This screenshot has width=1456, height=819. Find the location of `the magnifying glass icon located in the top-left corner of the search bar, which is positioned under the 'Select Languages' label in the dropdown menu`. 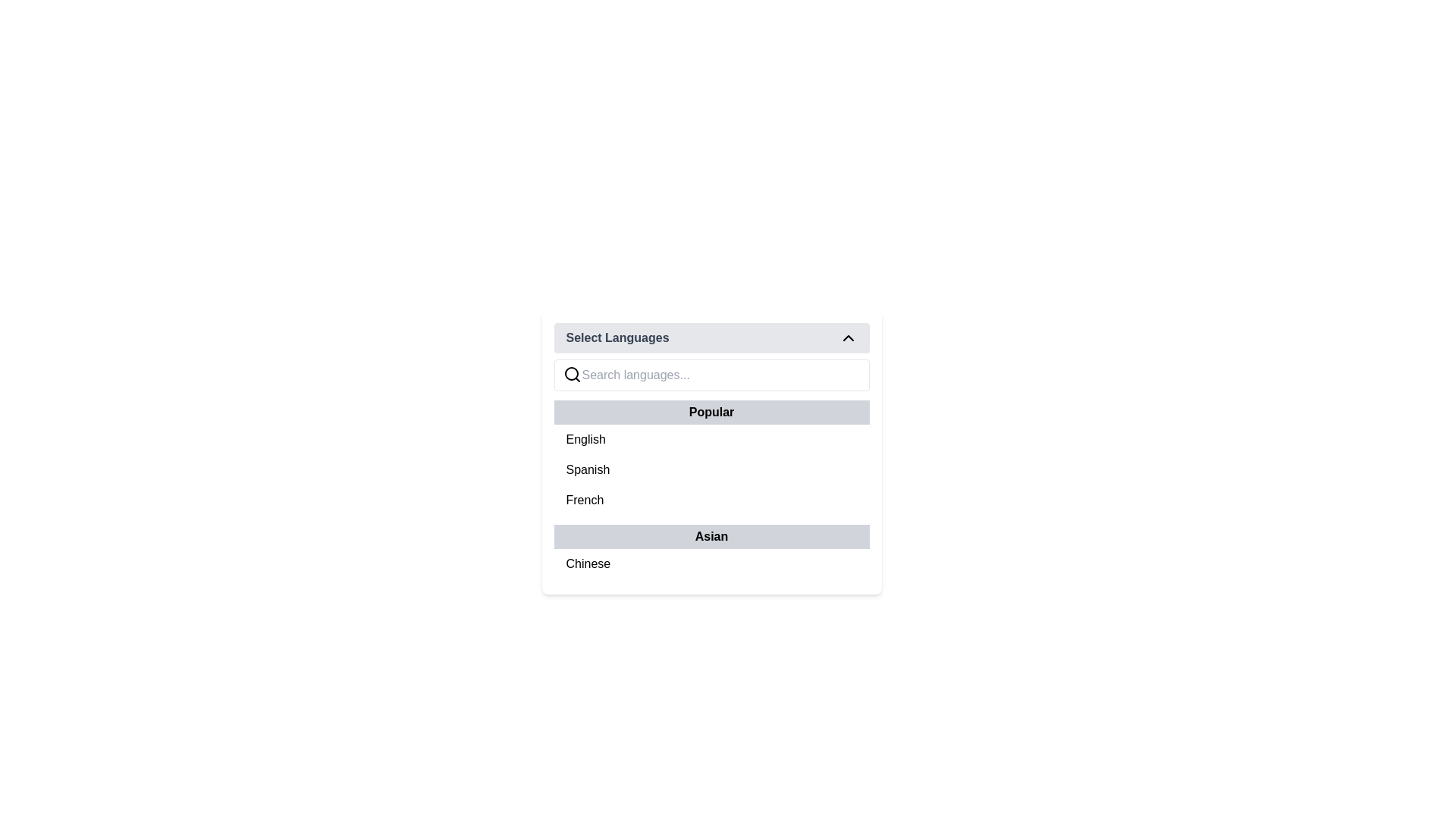

the magnifying glass icon located in the top-left corner of the search bar, which is positioned under the 'Select Languages' label in the dropdown menu is located at coordinates (571, 374).